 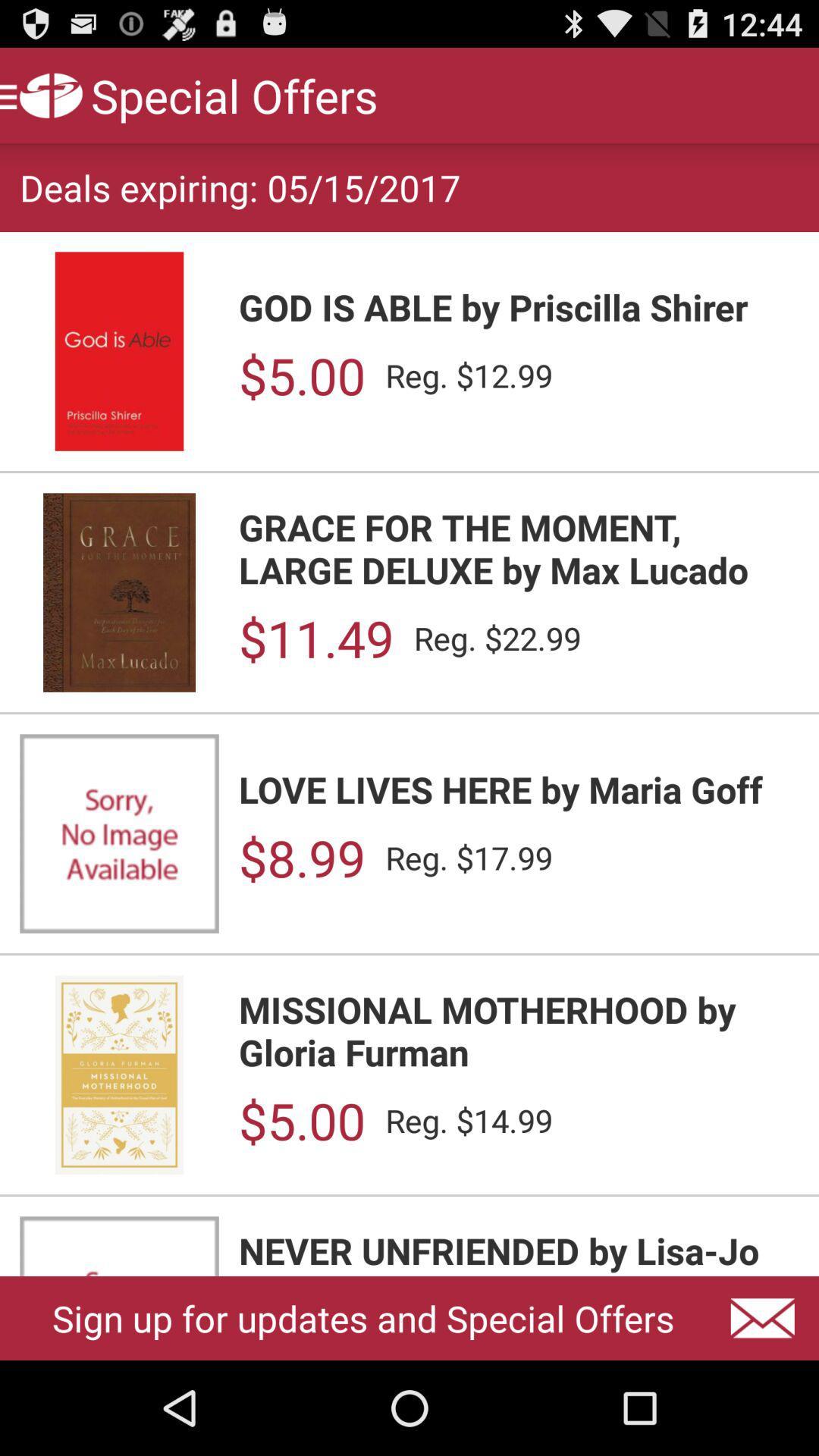 I want to click on the $11.49 app, so click(x=315, y=638).